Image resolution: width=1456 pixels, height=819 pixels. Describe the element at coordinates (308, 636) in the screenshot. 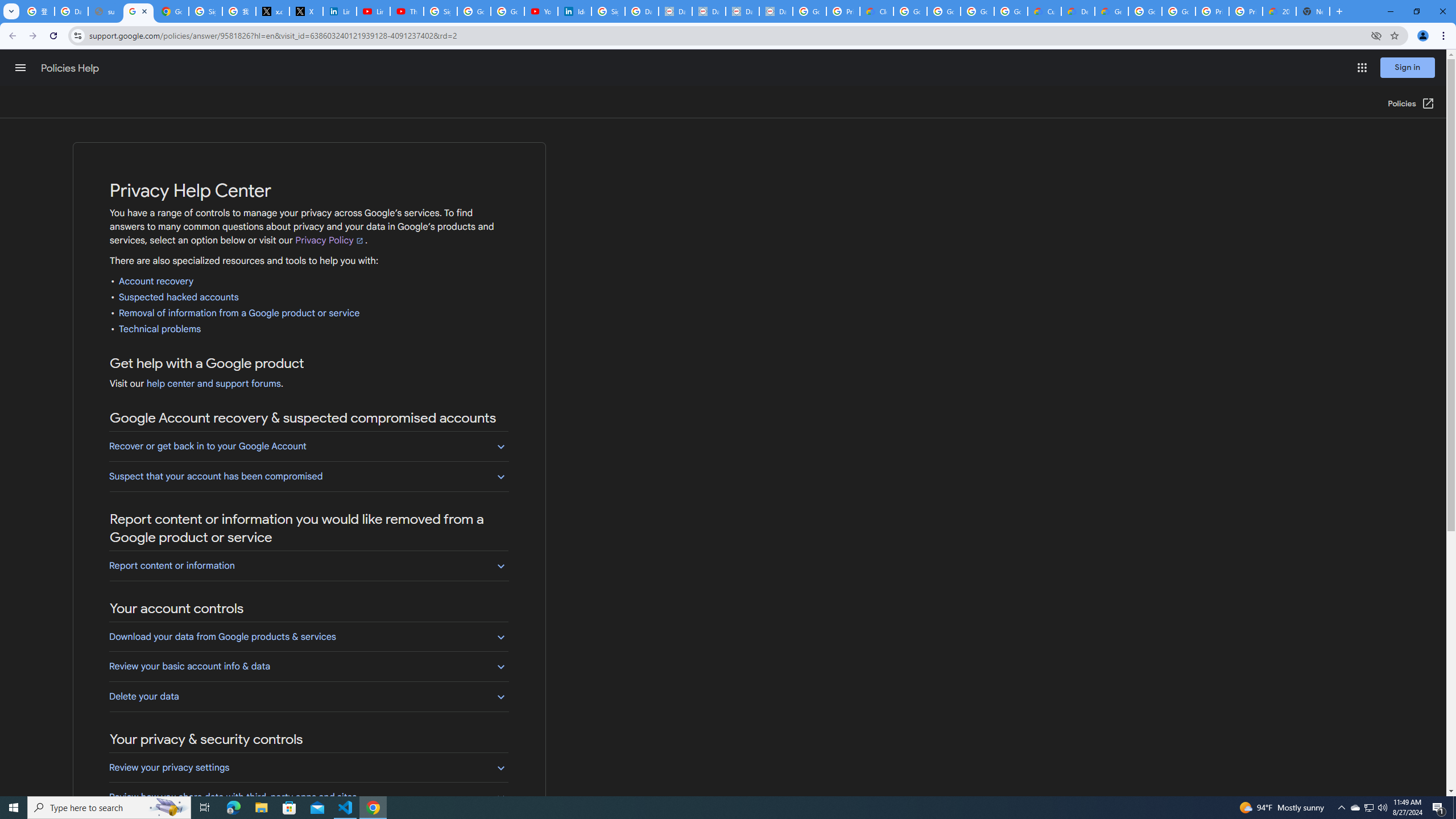

I see `'Download your data from Google products & services'` at that location.